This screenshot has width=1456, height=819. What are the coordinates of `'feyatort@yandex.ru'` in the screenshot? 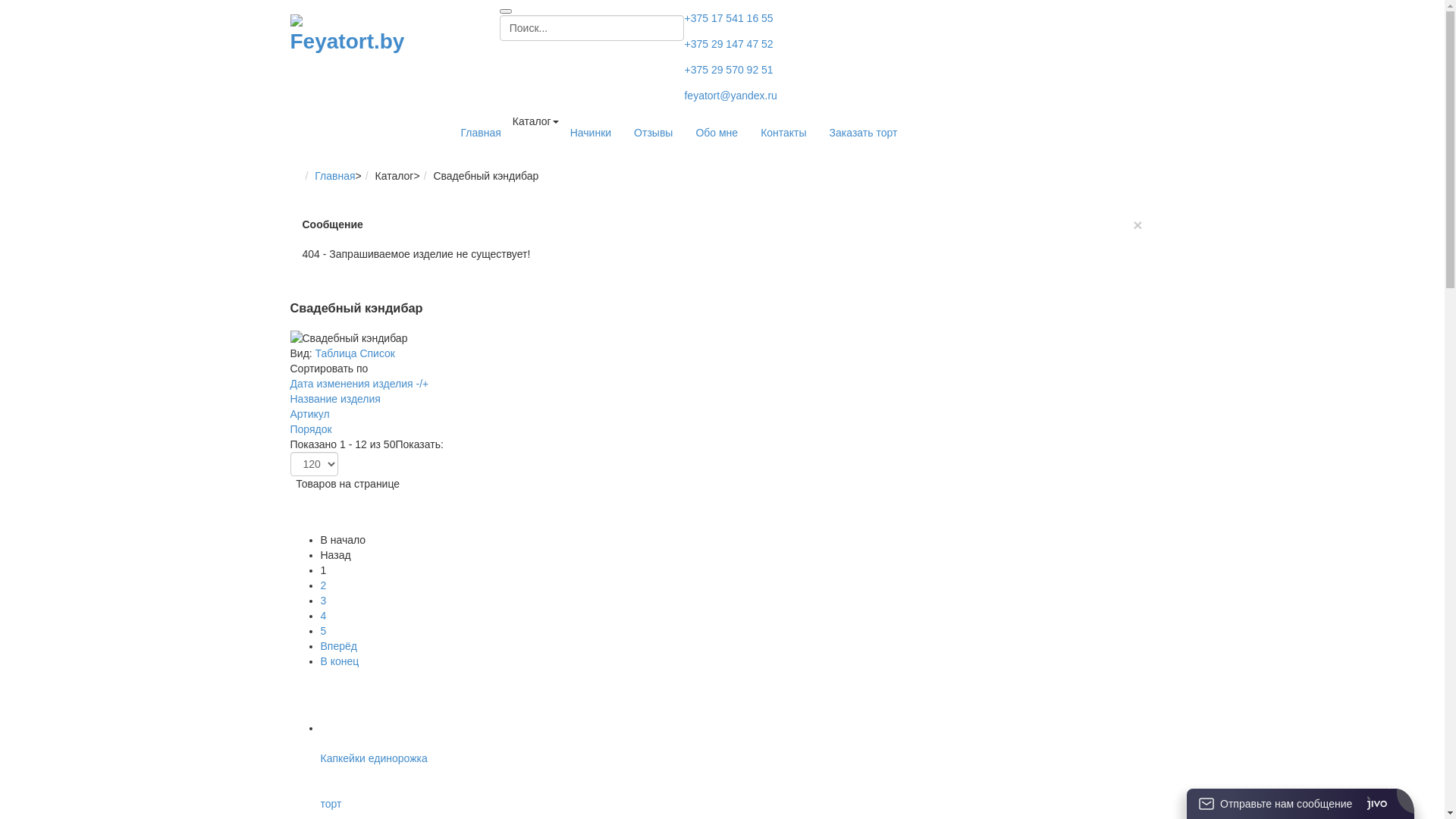 It's located at (683, 96).